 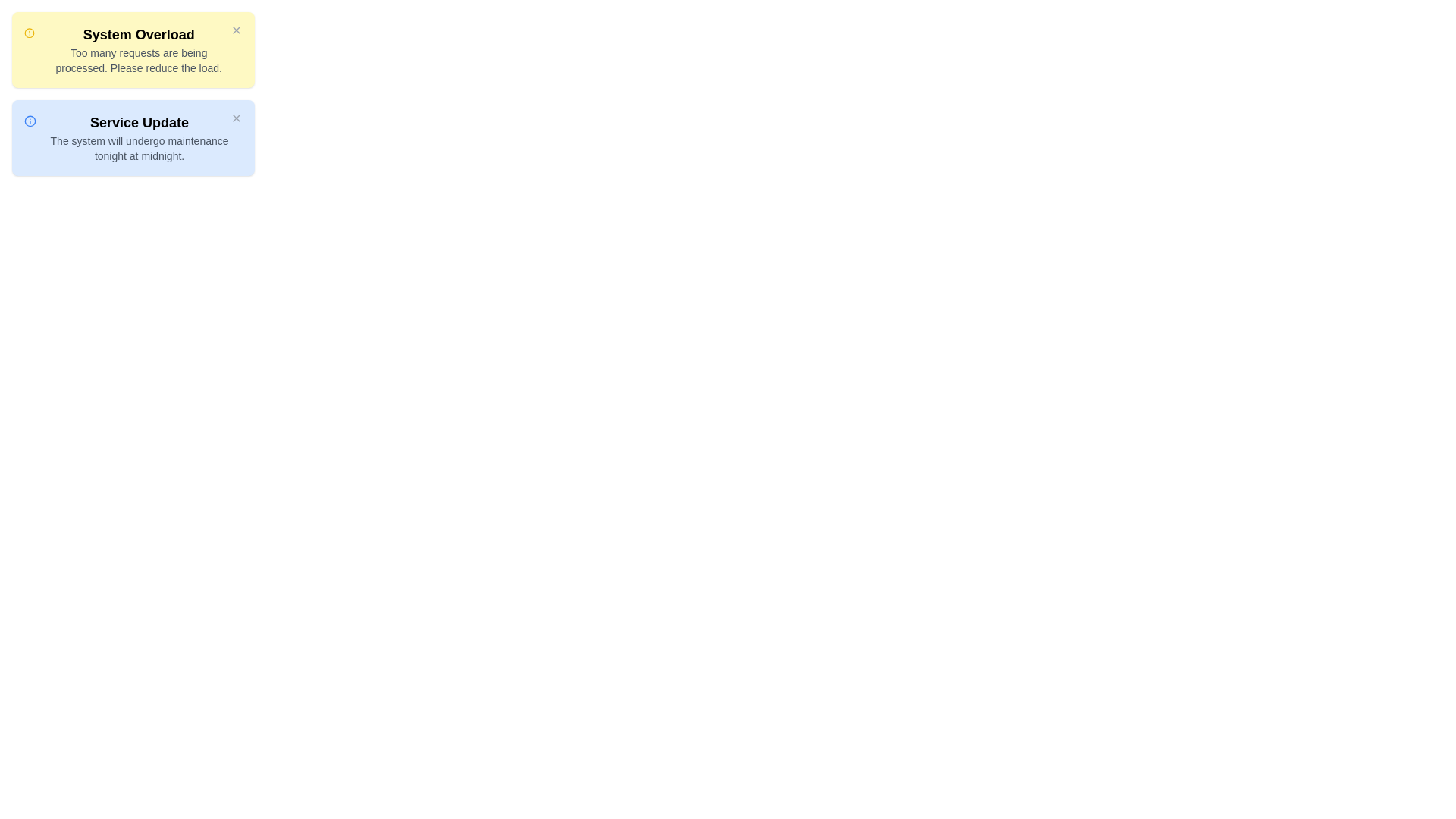 I want to click on the Informational Dialog Box that alerts users about the system update involving maintenance at midnight for reading, so click(x=133, y=137).